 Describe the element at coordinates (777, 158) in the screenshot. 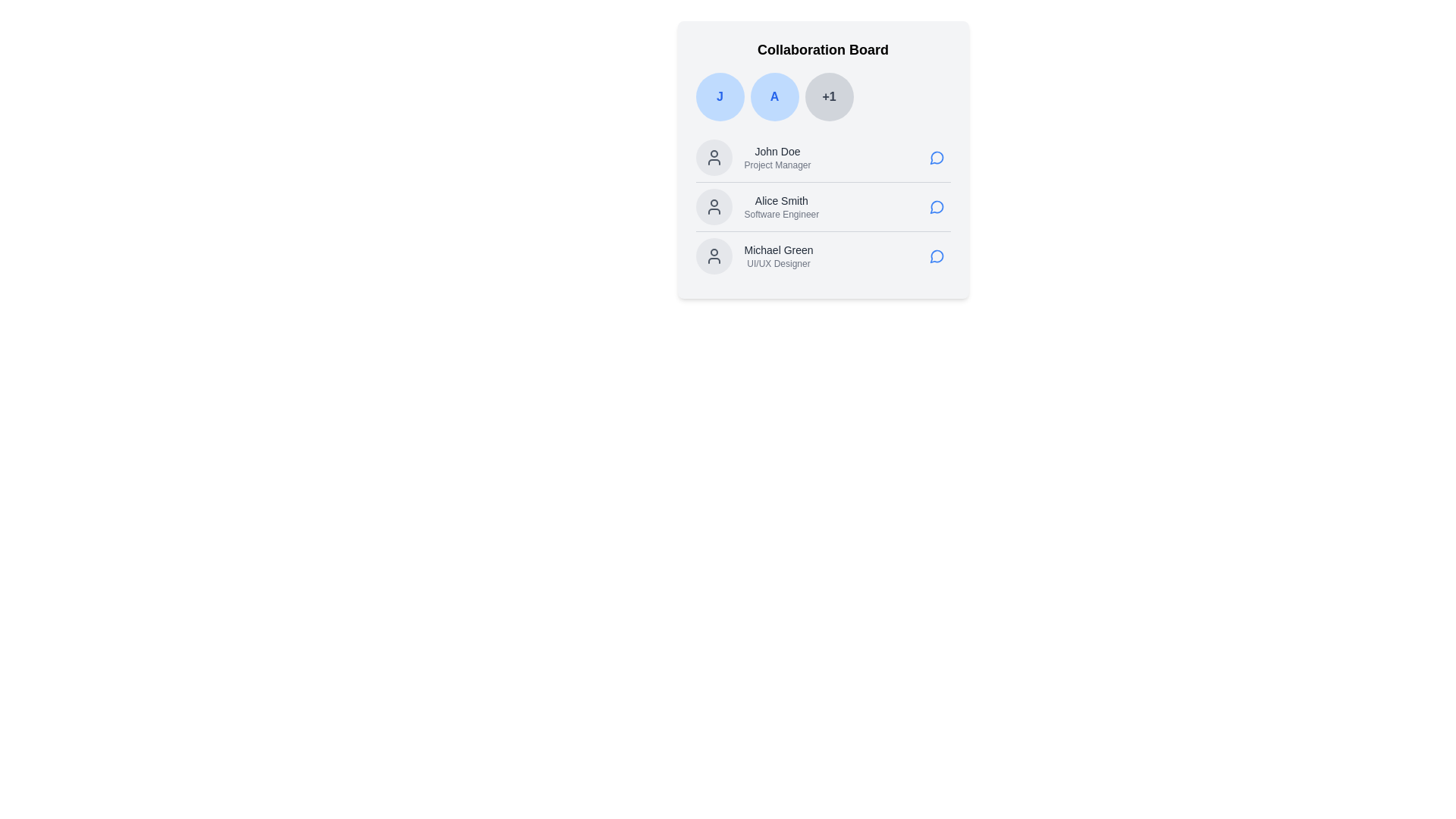

I see `the Label displaying 'John Doe' with the role 'Project Manager', which is located to the right of a circular avatar icon` at that location.